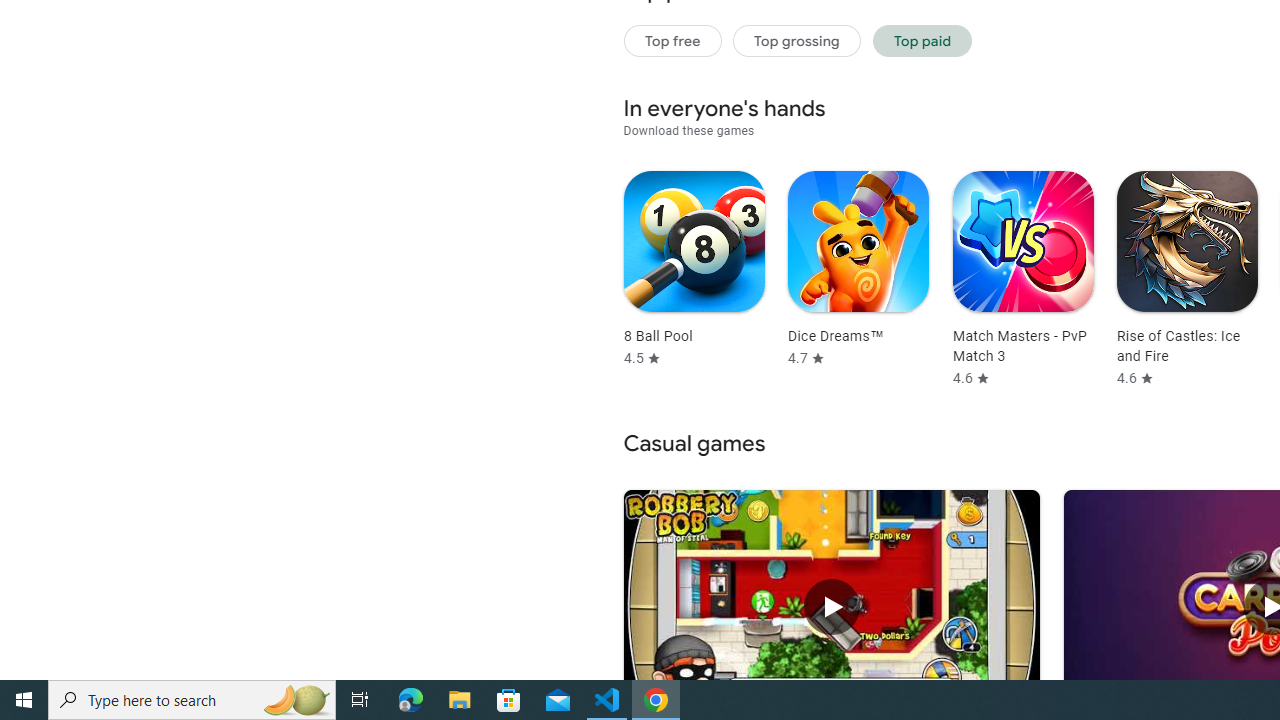 Image resolution: width=1280 pixels, height=720 pixels. I want to click on 'Top grossing', so click(796, 40).